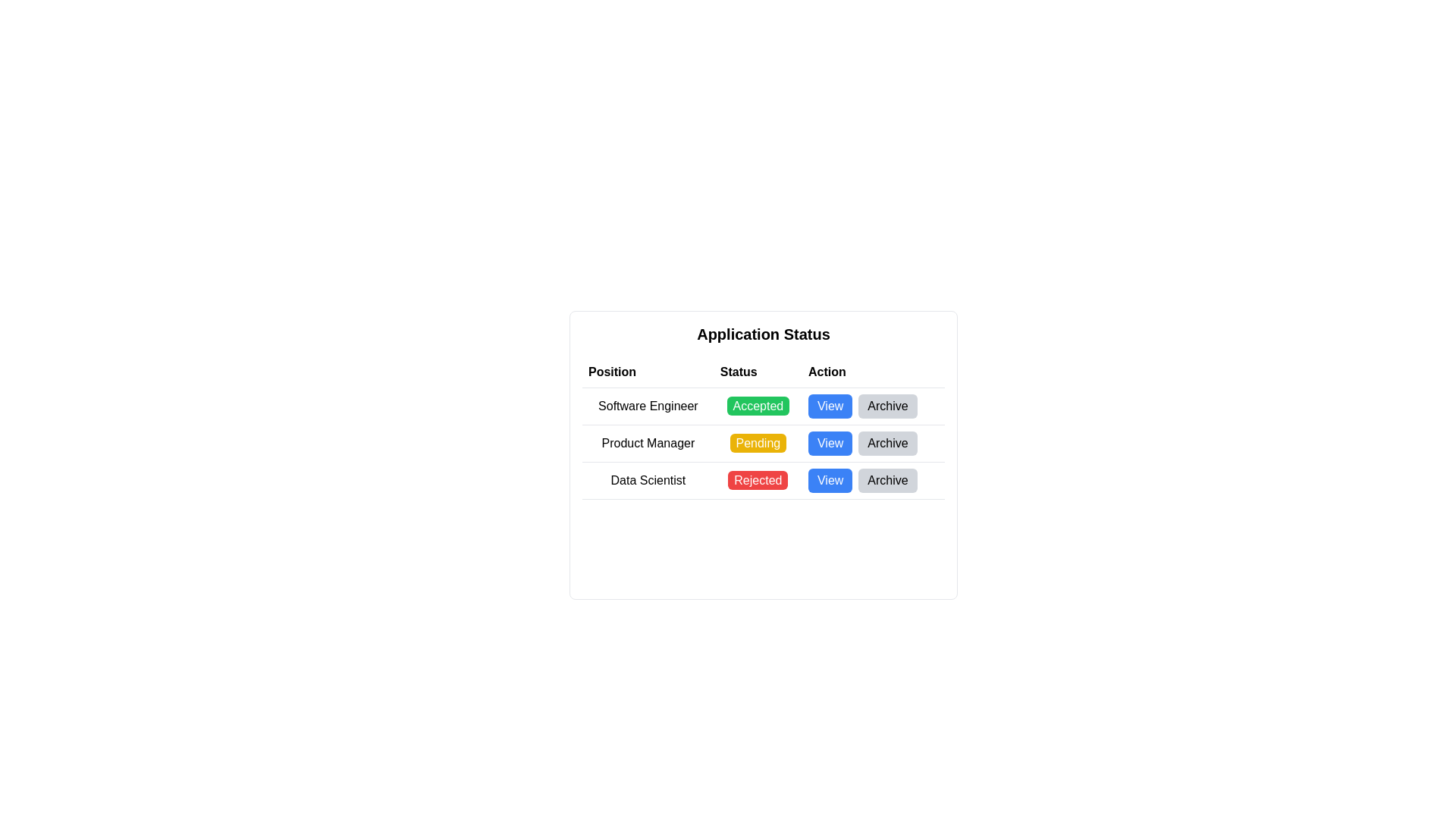  Describe the element at coordinates (764, 454) in the screenshot. I see `the 'Pending' status in the second row of the application statuses table` at that location.